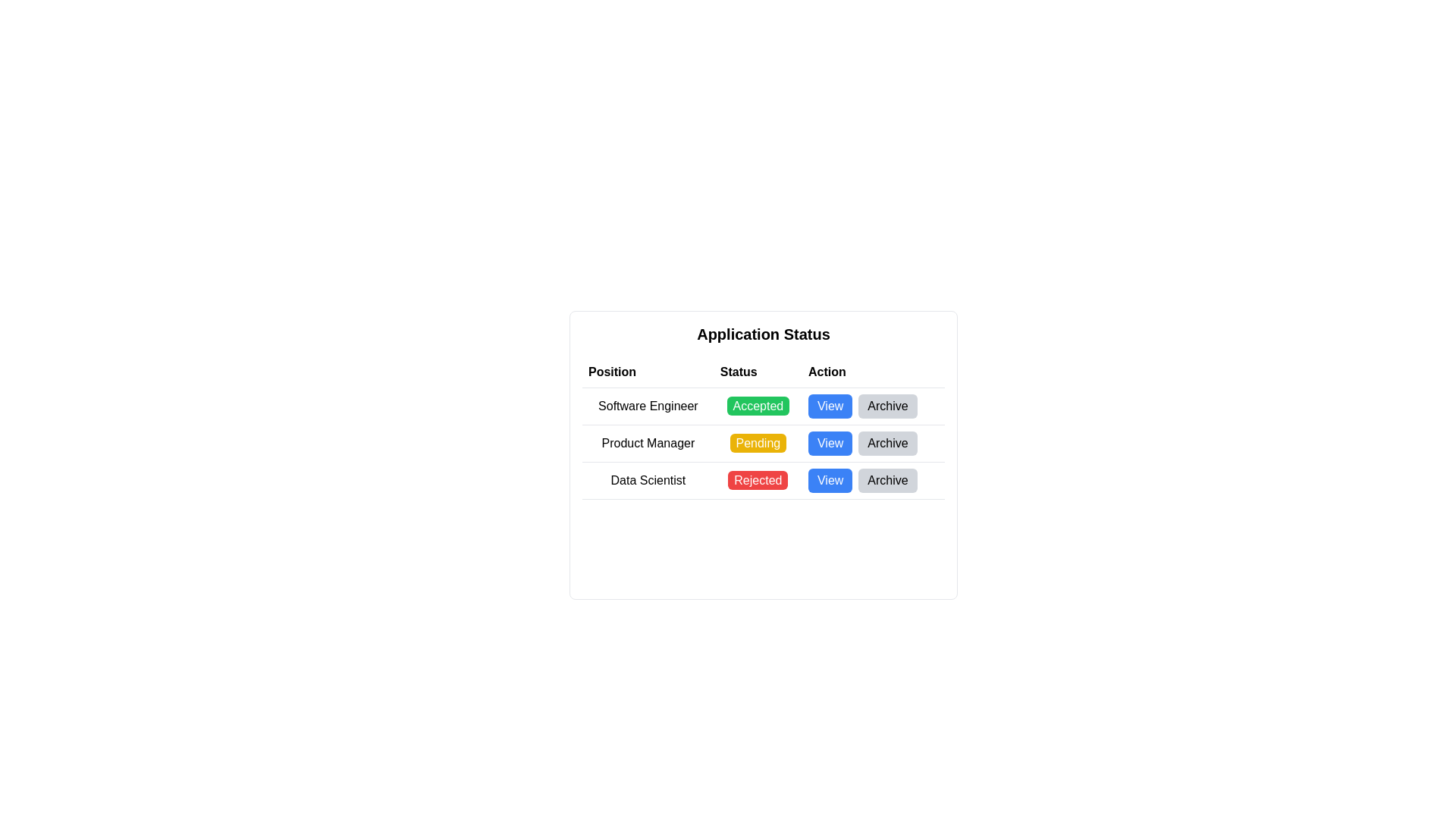  Describe the element at coordinates (764, 454) in the screenshot. I see `the 'Pending' status in the second row of the application statuses table` at that location.